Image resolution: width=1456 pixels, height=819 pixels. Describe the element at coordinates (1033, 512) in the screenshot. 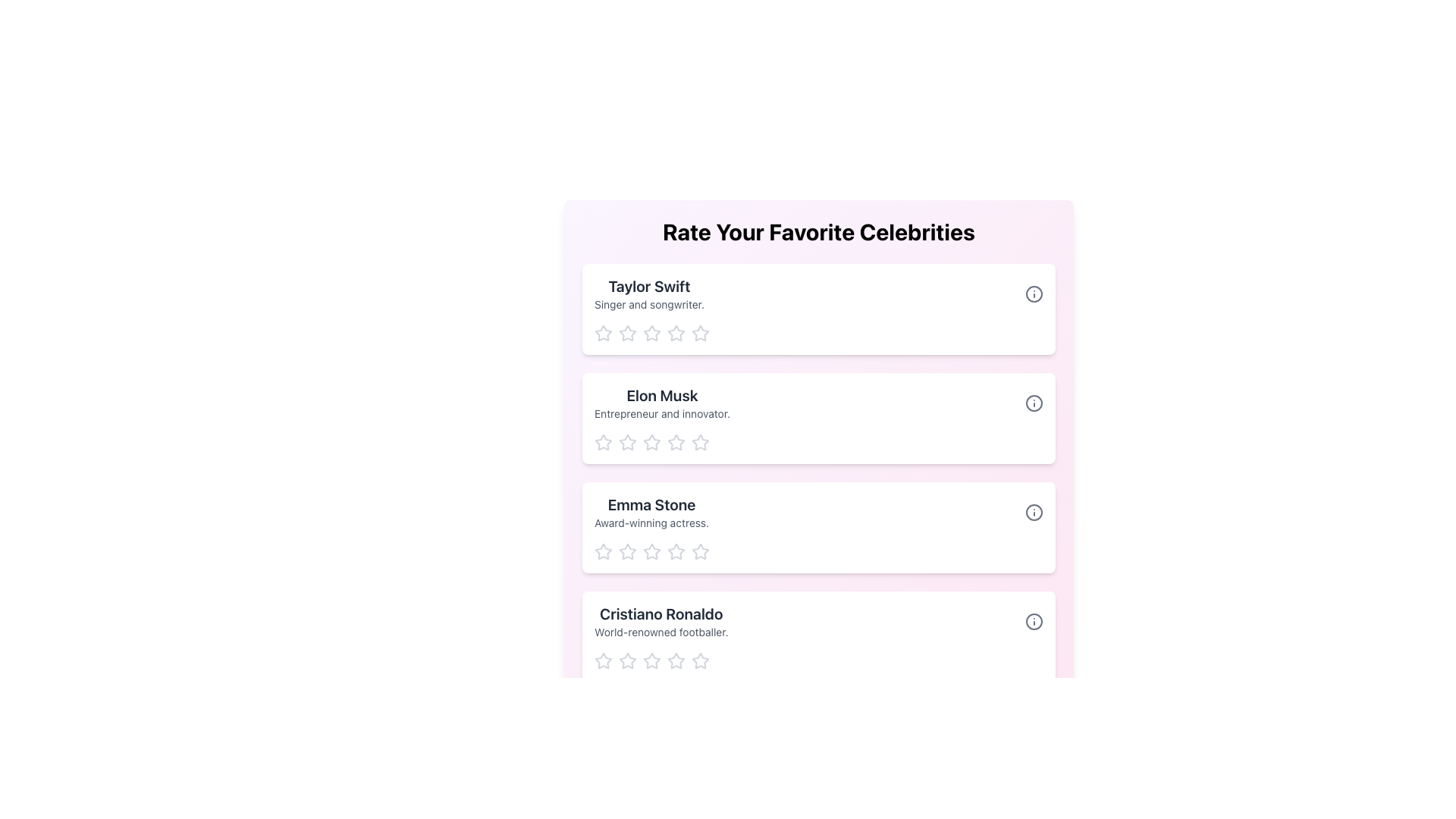

I see `the informational icon located at the extreme right of the 'Emma Stone' row` at that location.